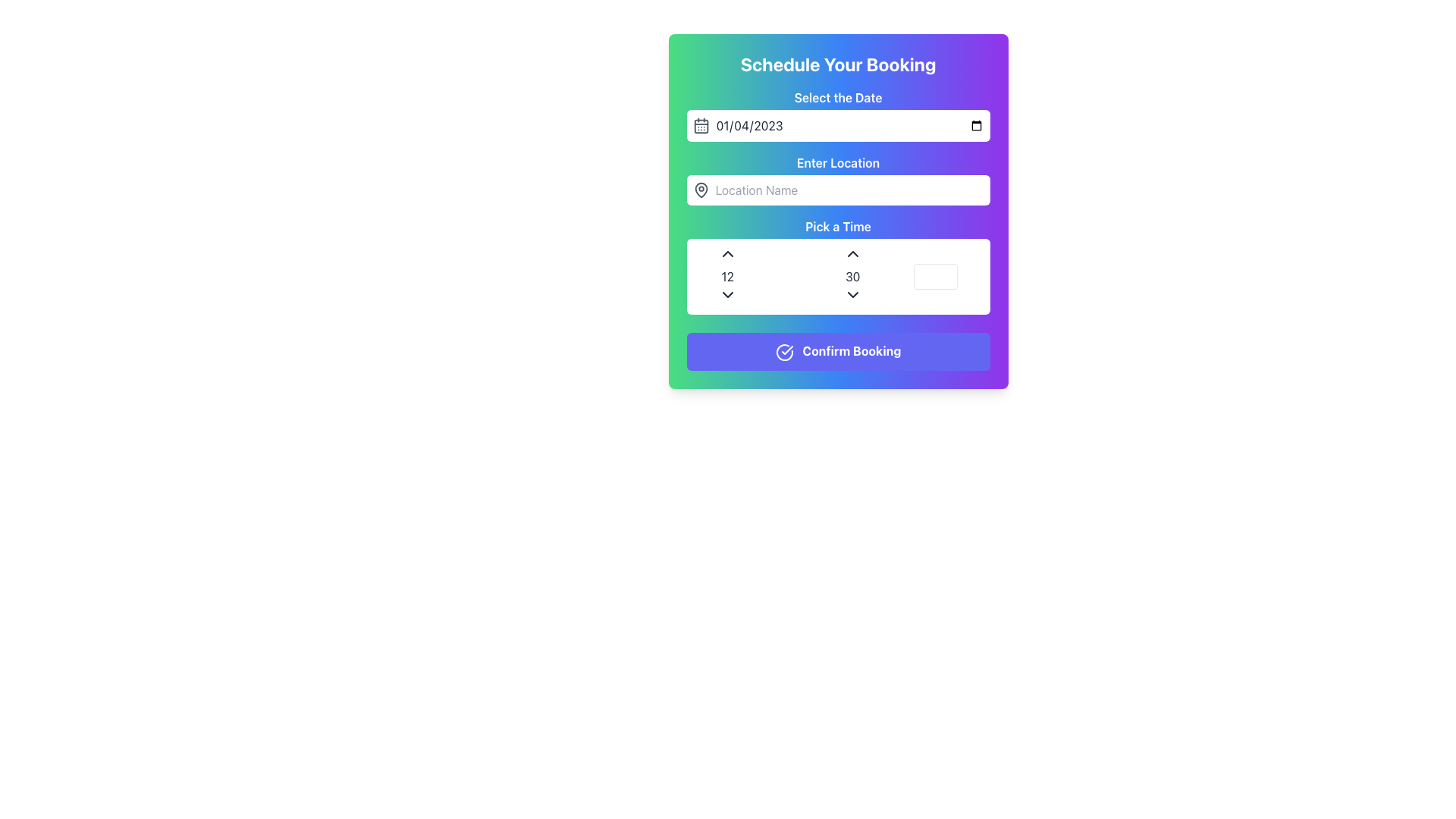  I want to click on the text label 'Select the Date', which provides contextual information above the date input field, so click(837, 114).